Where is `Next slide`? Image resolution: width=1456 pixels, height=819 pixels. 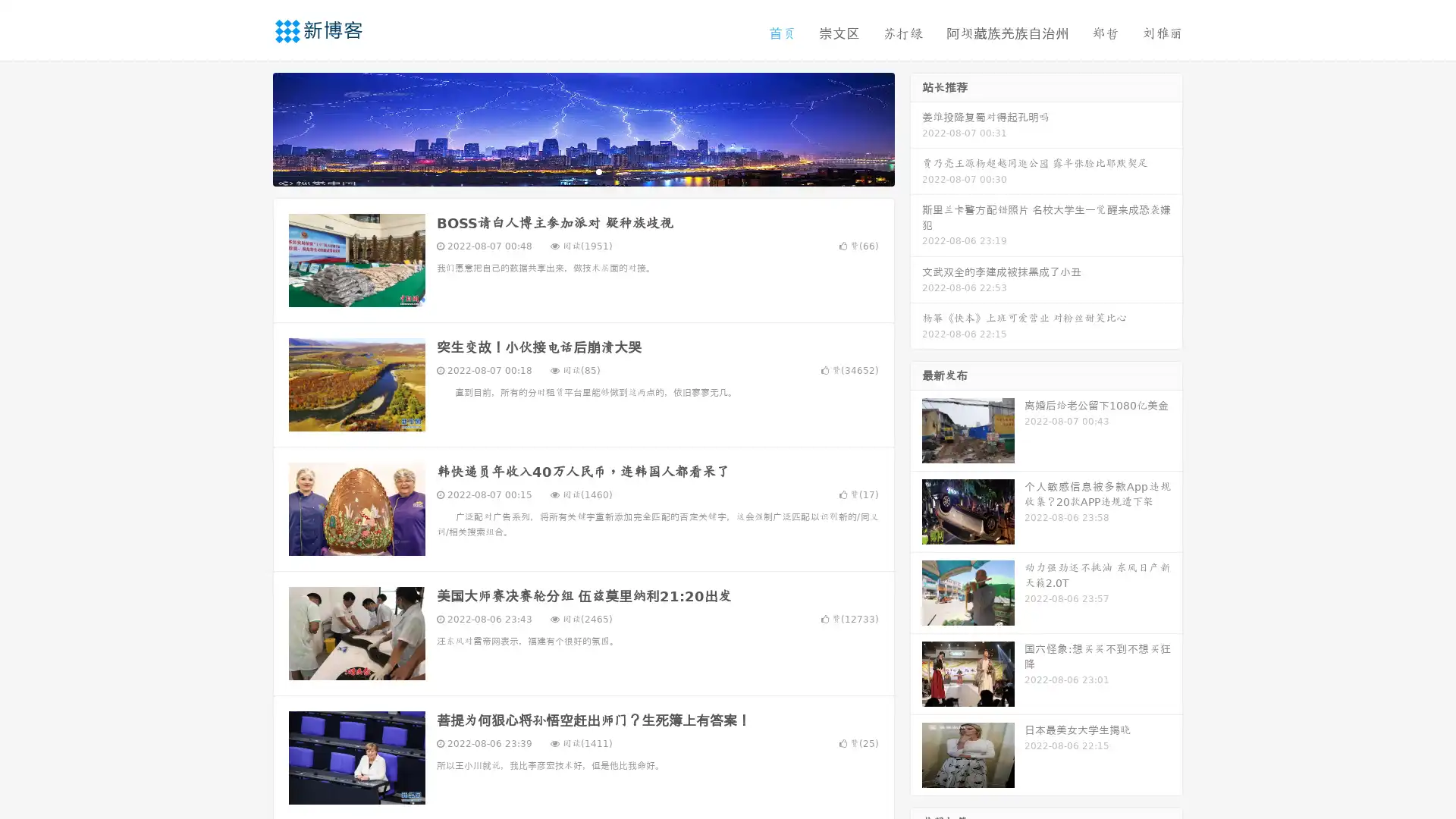
Next slide is located at coordinates (916, 127).